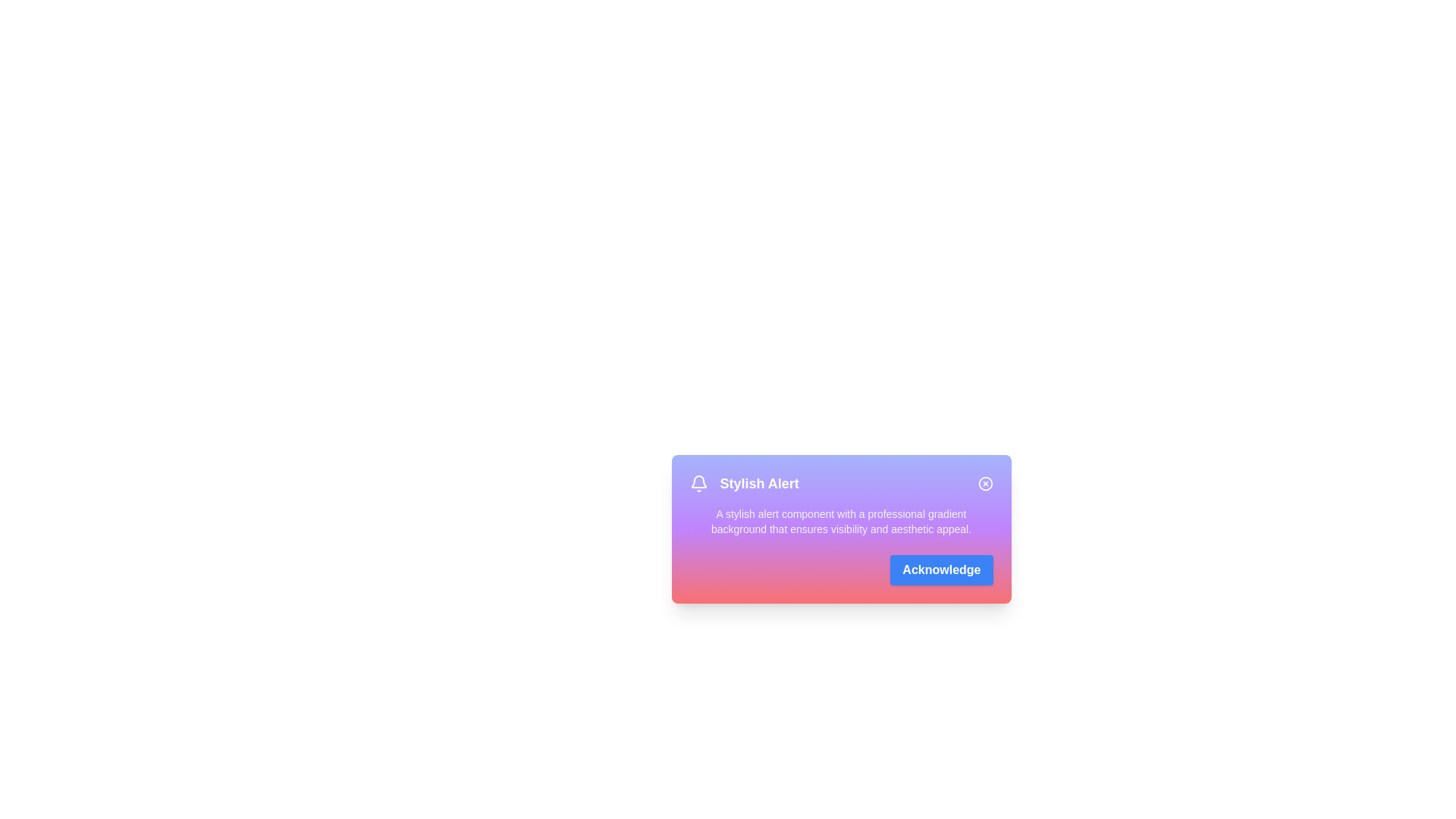  Describe the element at coordinates (940, 570) in the screenshot. I see `the 'Acknowledge' button to acknowledge the alert` at that location.